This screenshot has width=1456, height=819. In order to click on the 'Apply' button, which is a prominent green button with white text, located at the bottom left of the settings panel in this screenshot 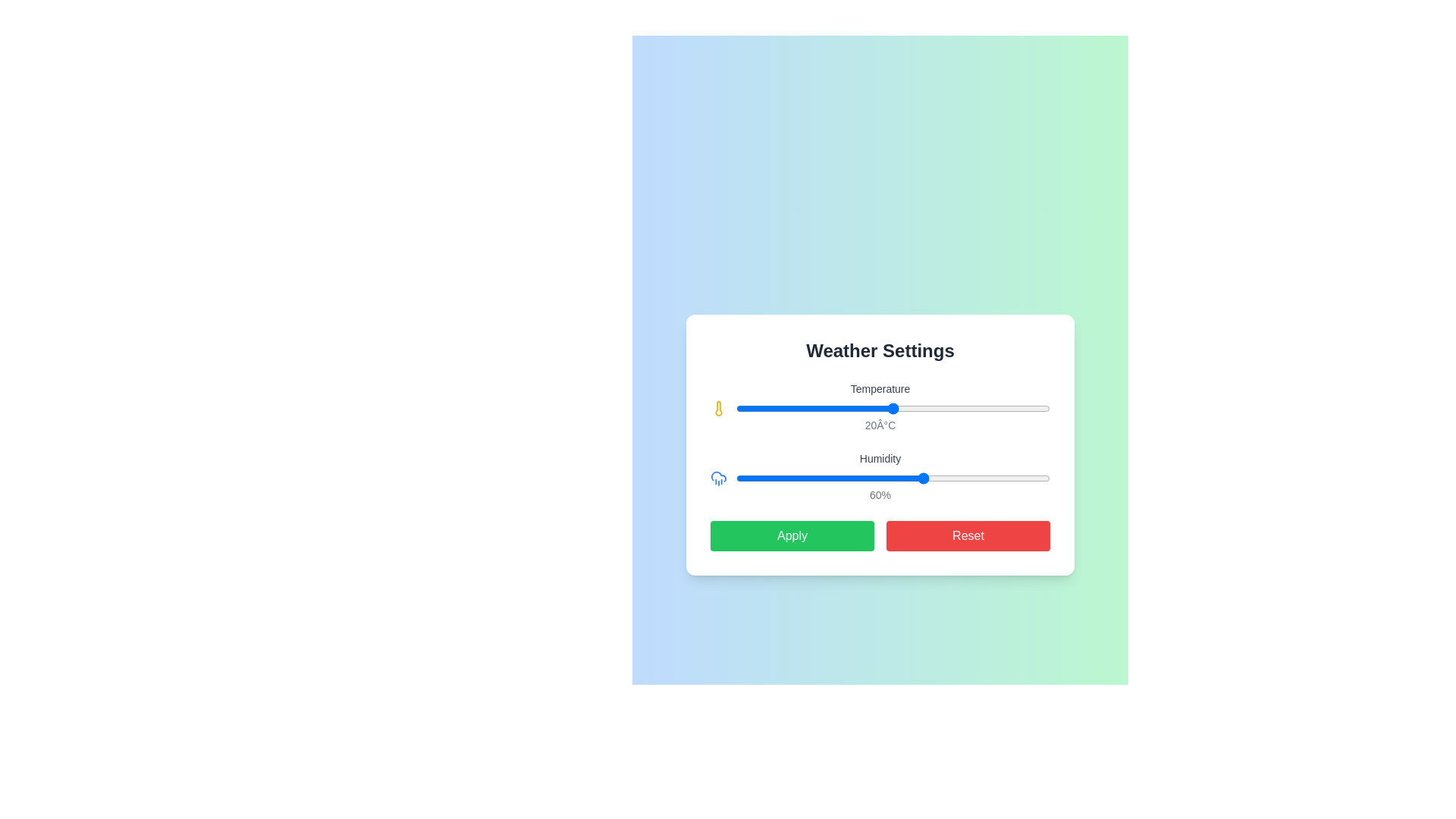, I will do `click(792, 535)`.